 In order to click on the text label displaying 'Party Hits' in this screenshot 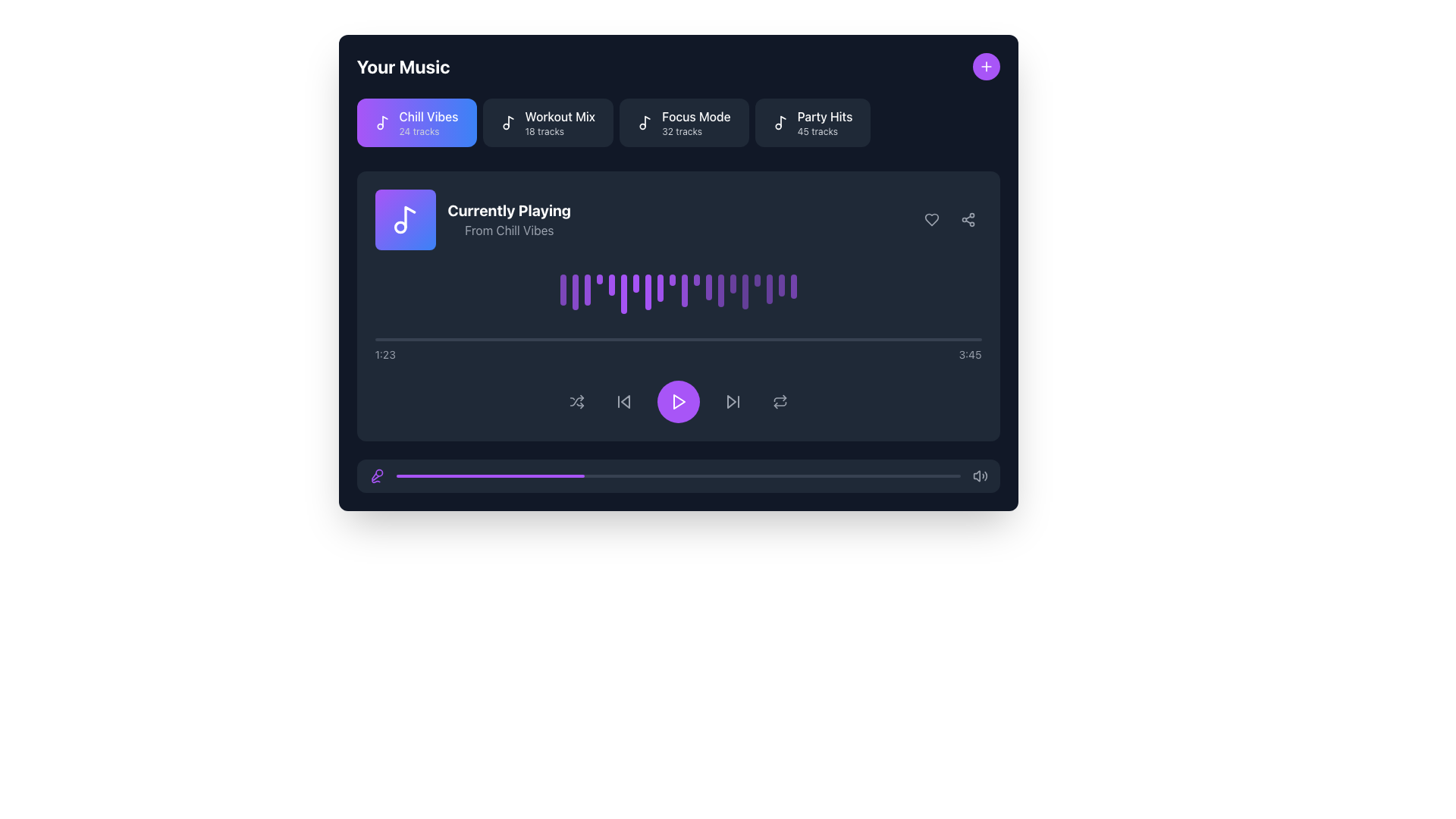, I will do `click(824, 116)`.